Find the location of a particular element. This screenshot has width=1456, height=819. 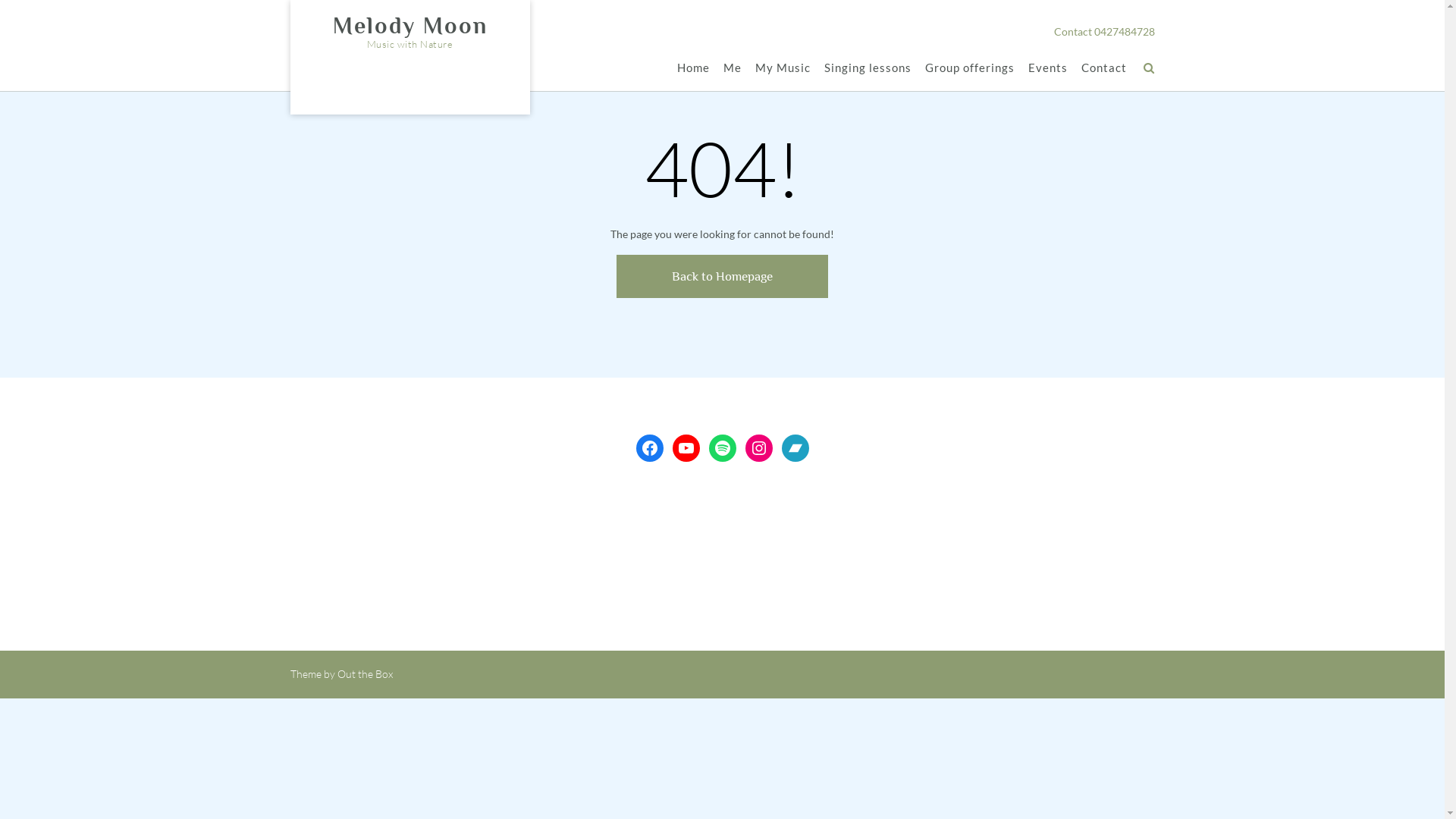

'Melody Moon' is located at coordinates (409, 26).